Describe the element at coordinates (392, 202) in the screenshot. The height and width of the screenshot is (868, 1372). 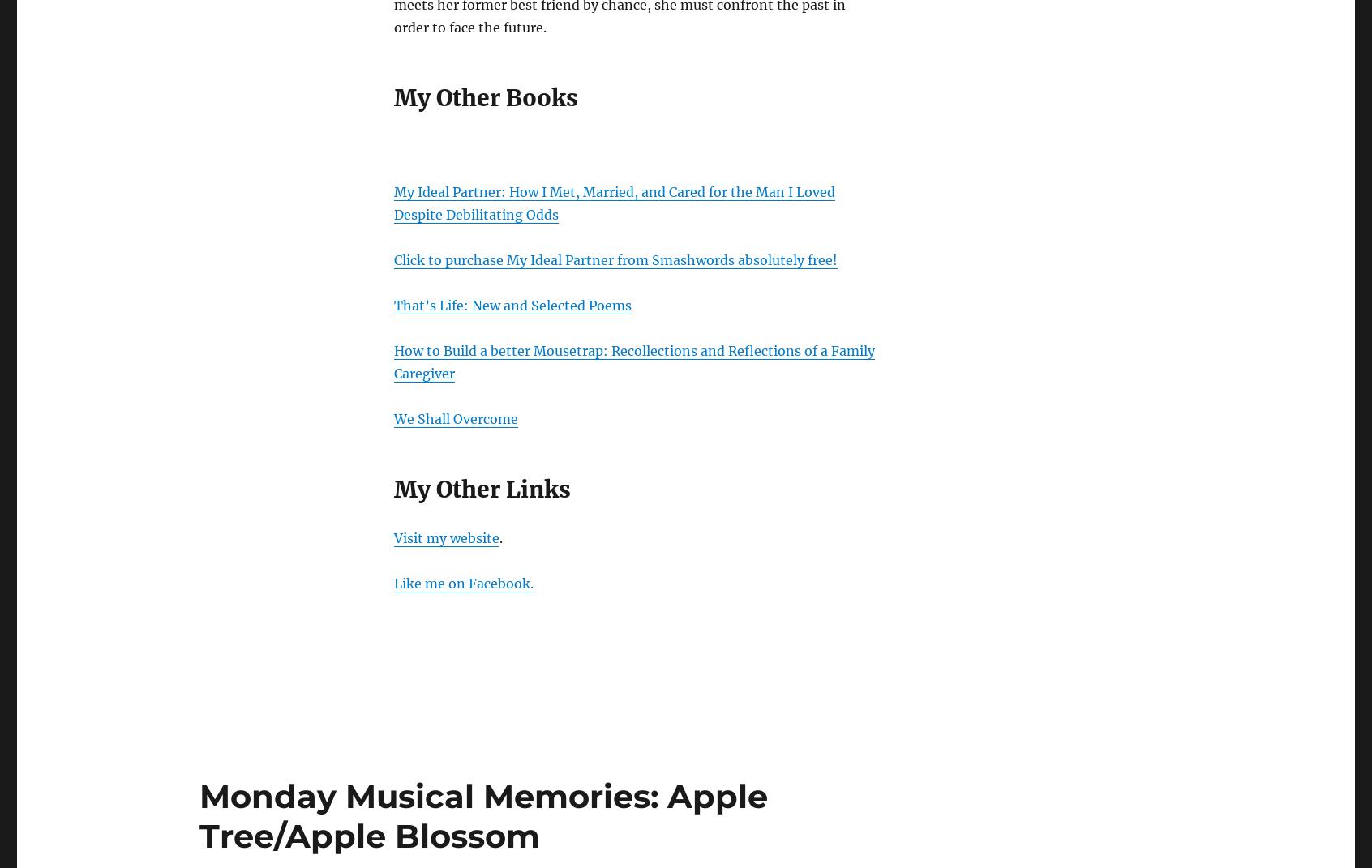
I see `'My Ideal Partner: How I Met, Married, and Cared for the Man I Loved Despite Debilitating Odds'` at that location.